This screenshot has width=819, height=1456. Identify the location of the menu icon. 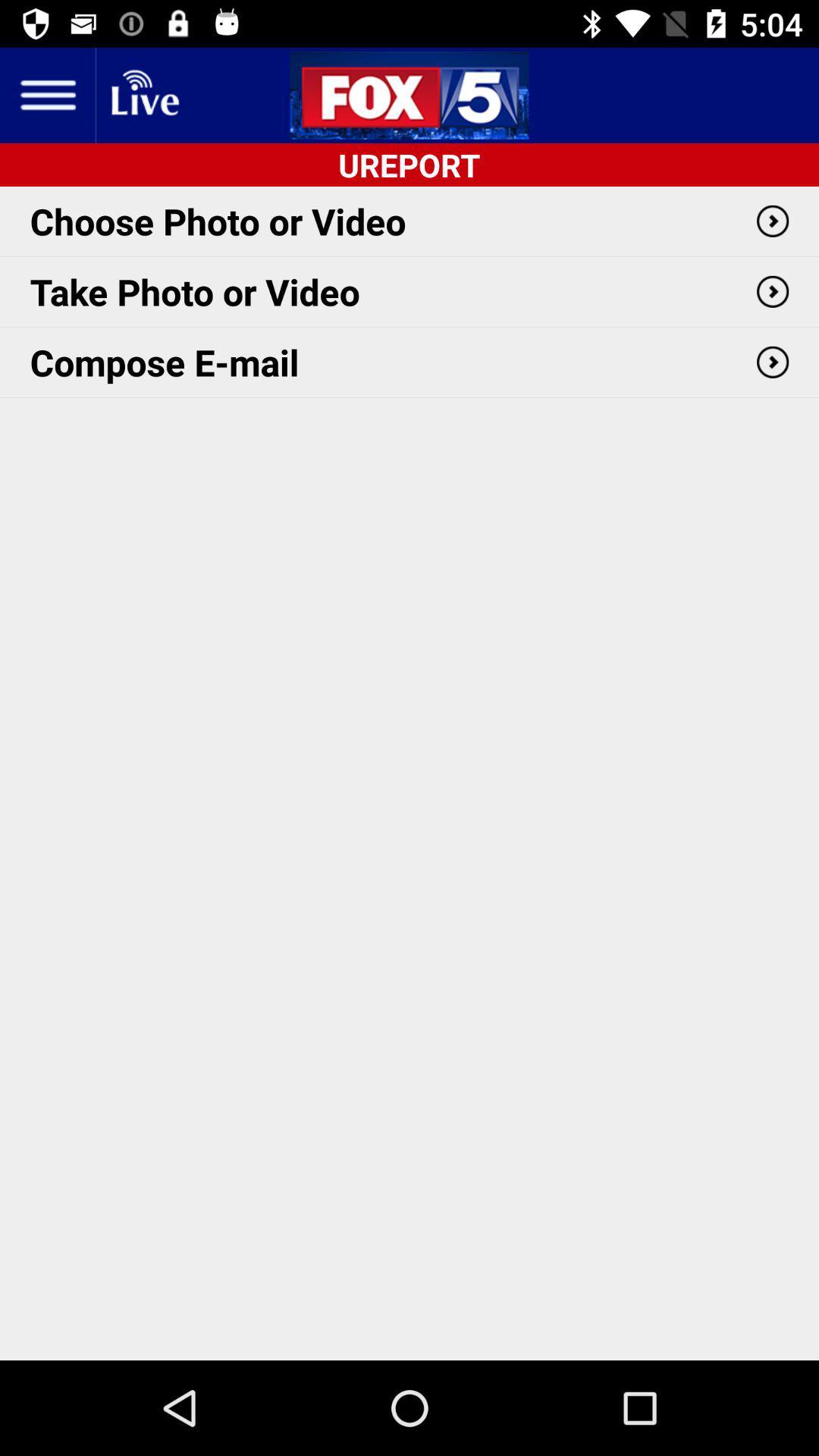
(46, 94).